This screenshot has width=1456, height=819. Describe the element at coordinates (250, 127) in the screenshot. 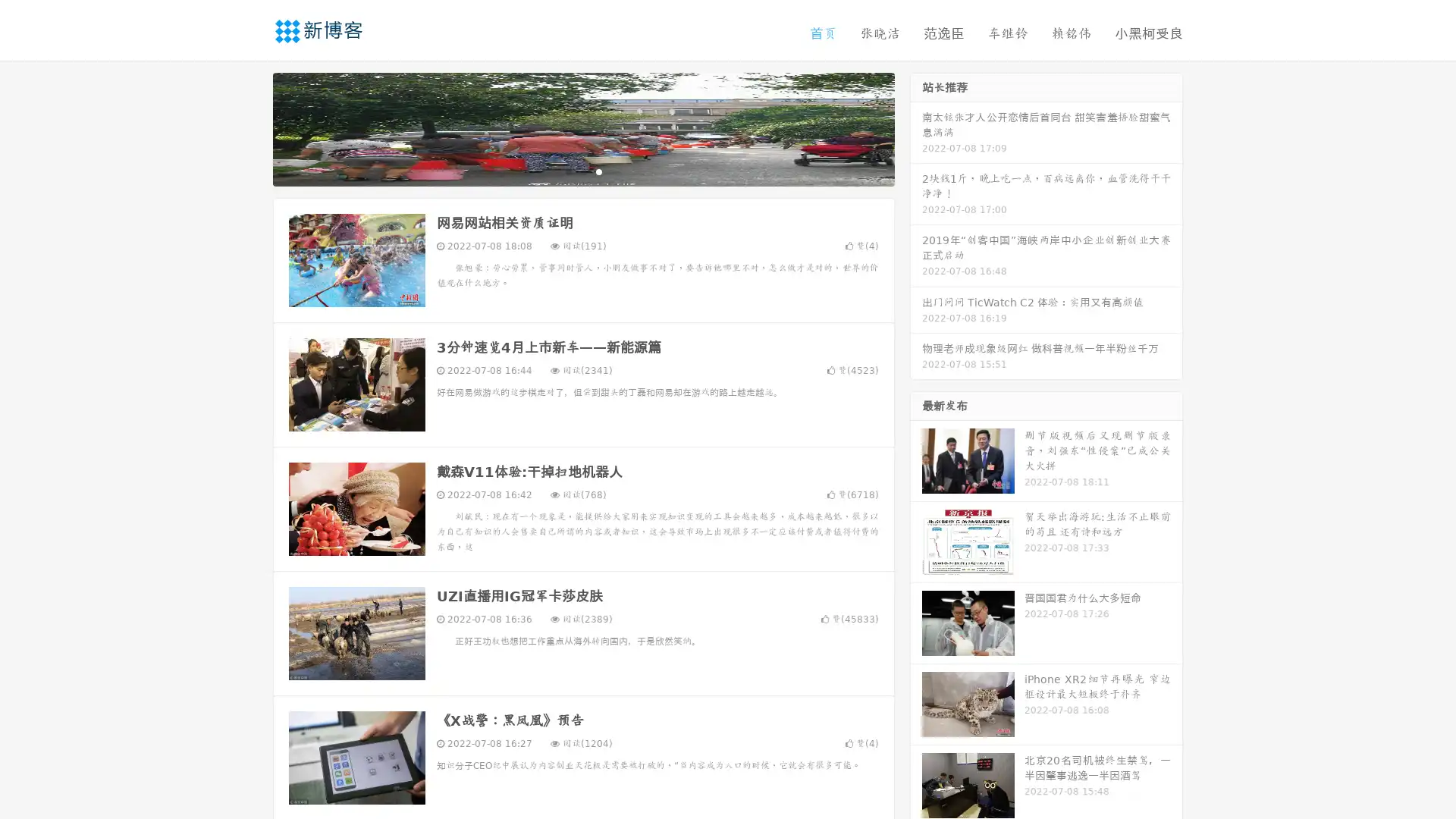

I see `Previous slide` at that location.